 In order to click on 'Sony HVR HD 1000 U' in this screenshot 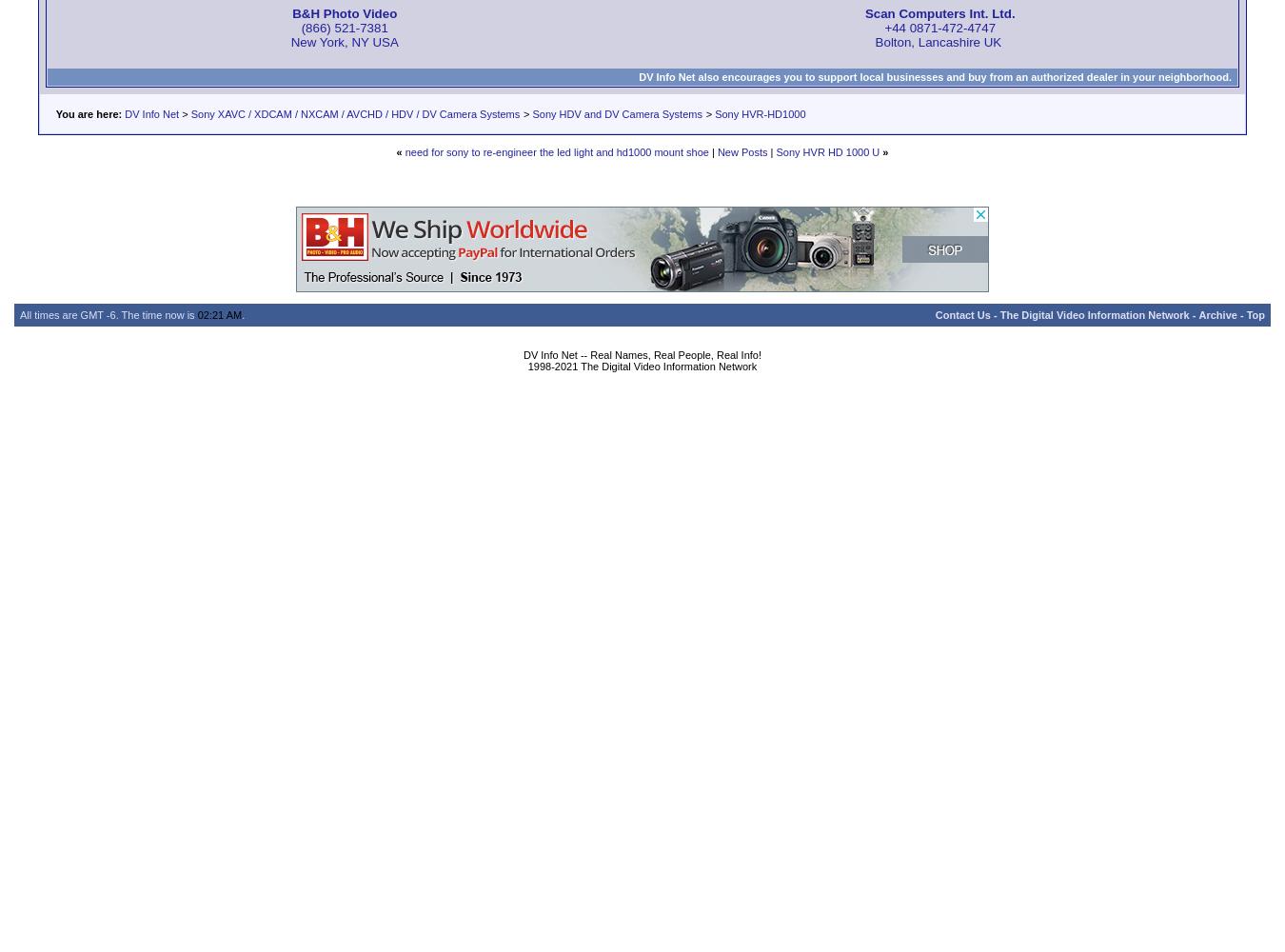, I will do `click(775, 152)`.